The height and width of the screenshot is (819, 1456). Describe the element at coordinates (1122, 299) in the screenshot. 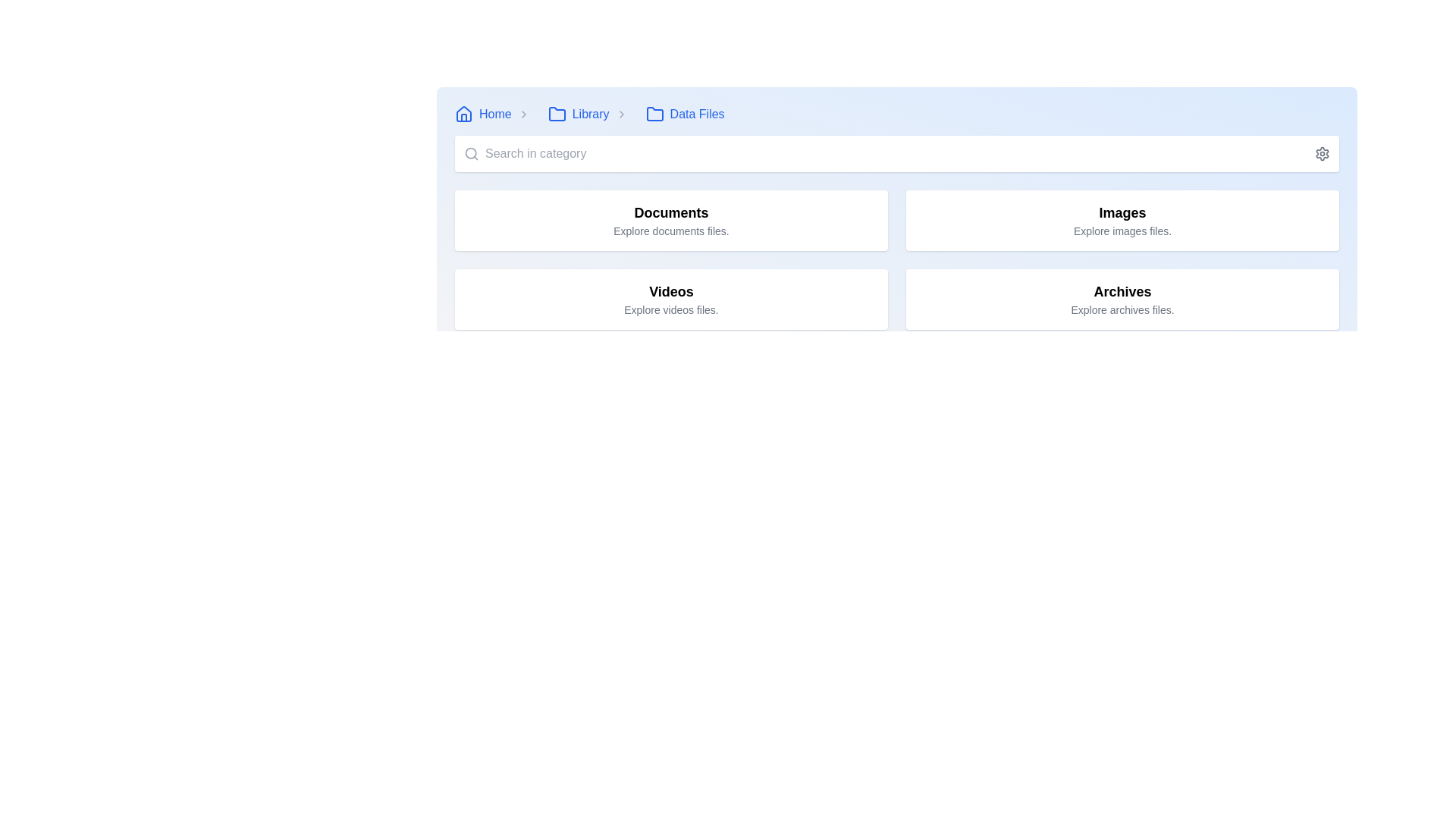

I see `the white rectangular card labeled 'Archives' that contains the text 'Explore archives files.' positioned in the bottom right corner of the grid layout` at that location.